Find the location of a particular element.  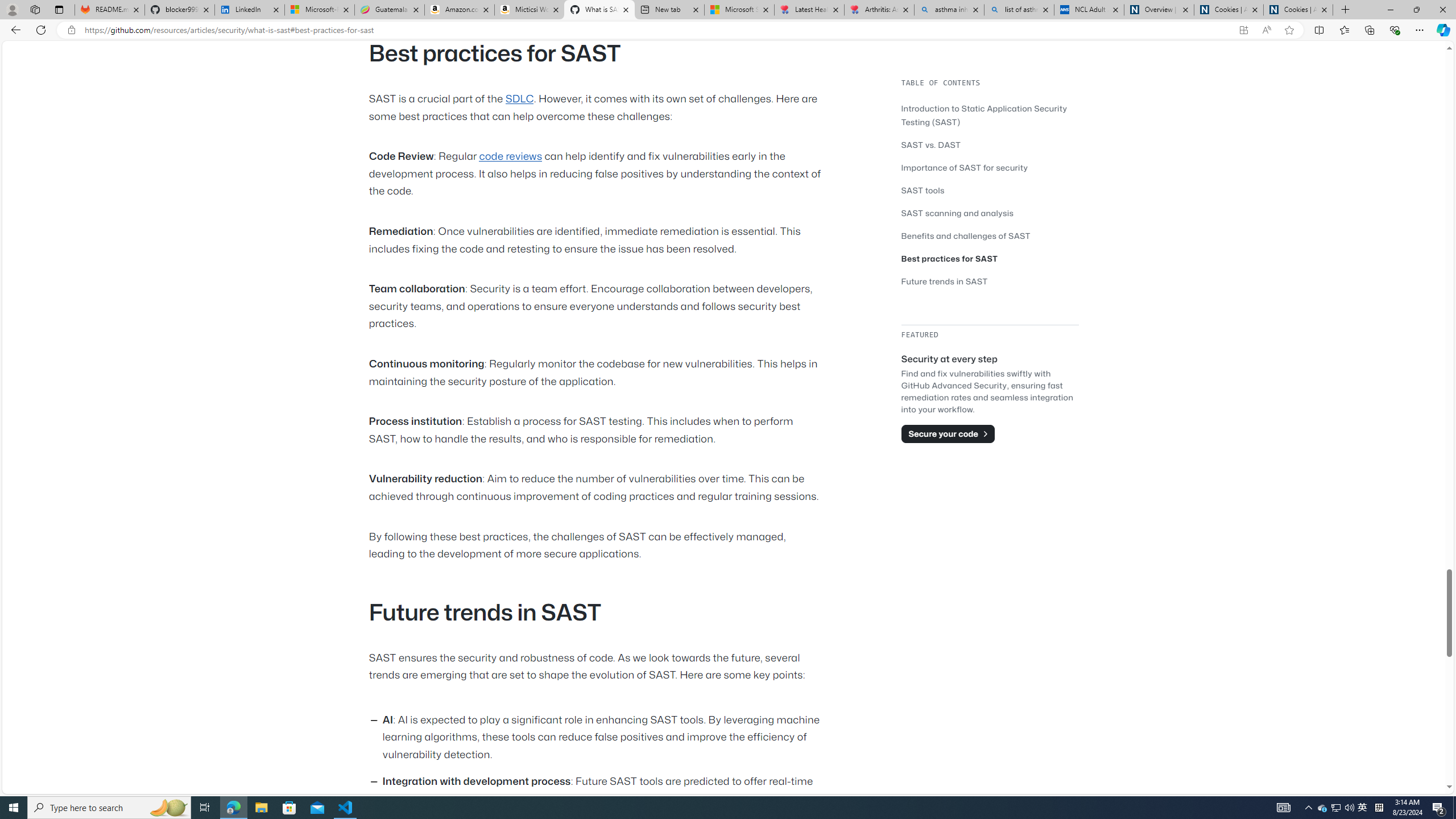

'Importance of SAST for security' is located at coordinates (964, 167).